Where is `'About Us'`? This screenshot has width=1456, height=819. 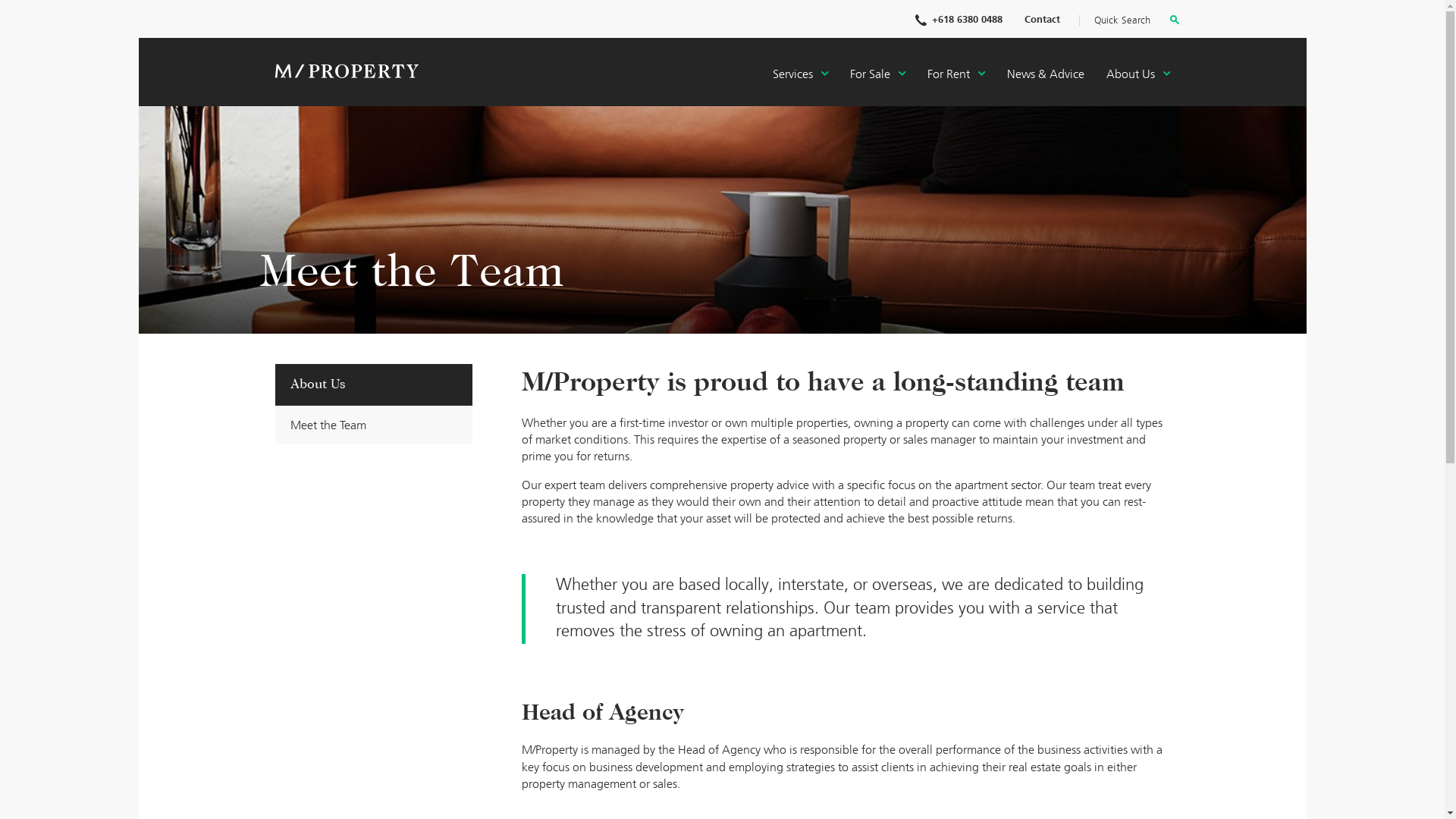
'About Us' is located at coordinates (1137, 75).